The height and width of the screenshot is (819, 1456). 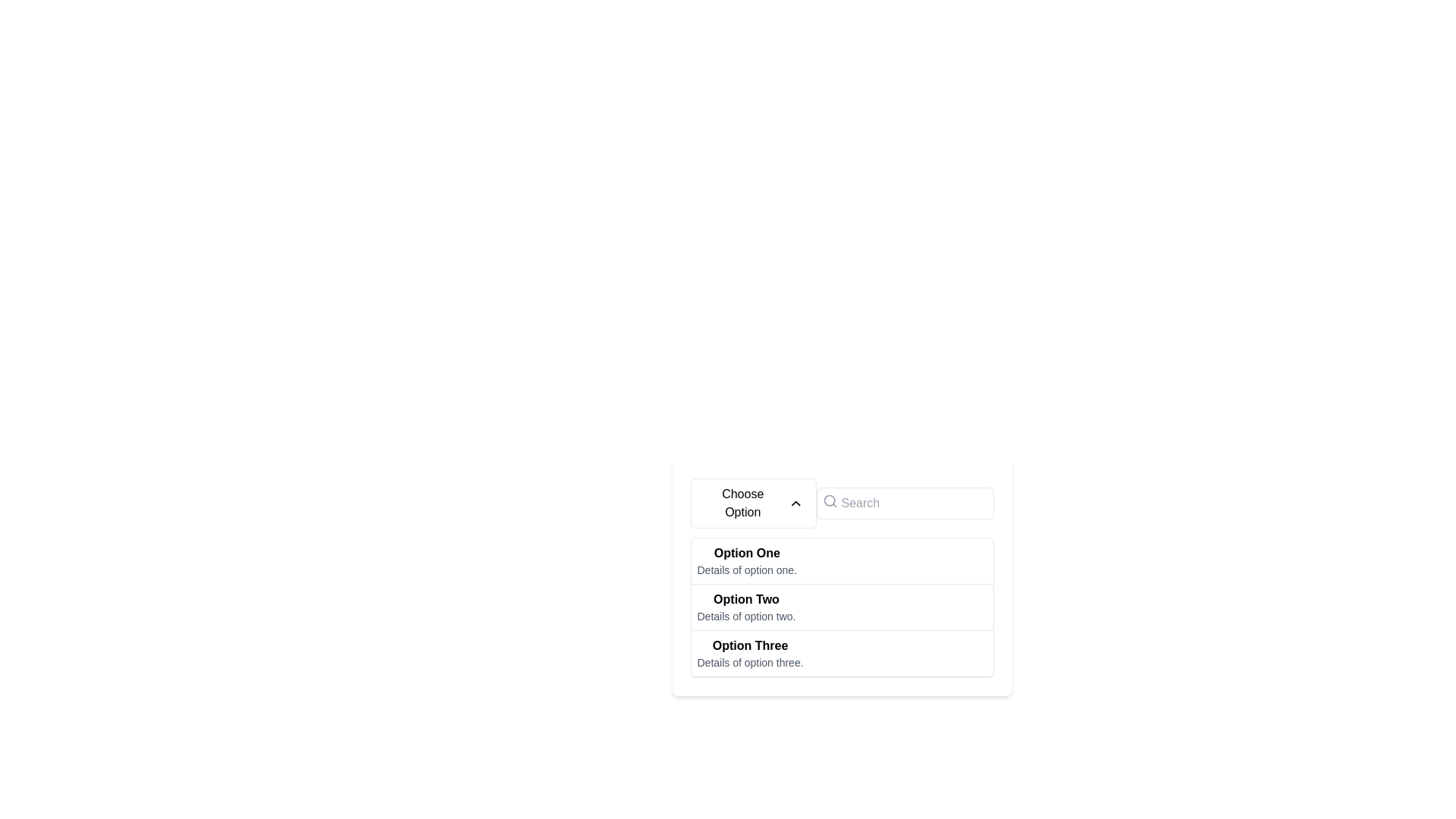 What do you see at coordinates (753, 503) in the screenshot?
I see `the Dropdown Trigger button located in the top-left part of the dropdown menu` at bounding box center [753, 503].